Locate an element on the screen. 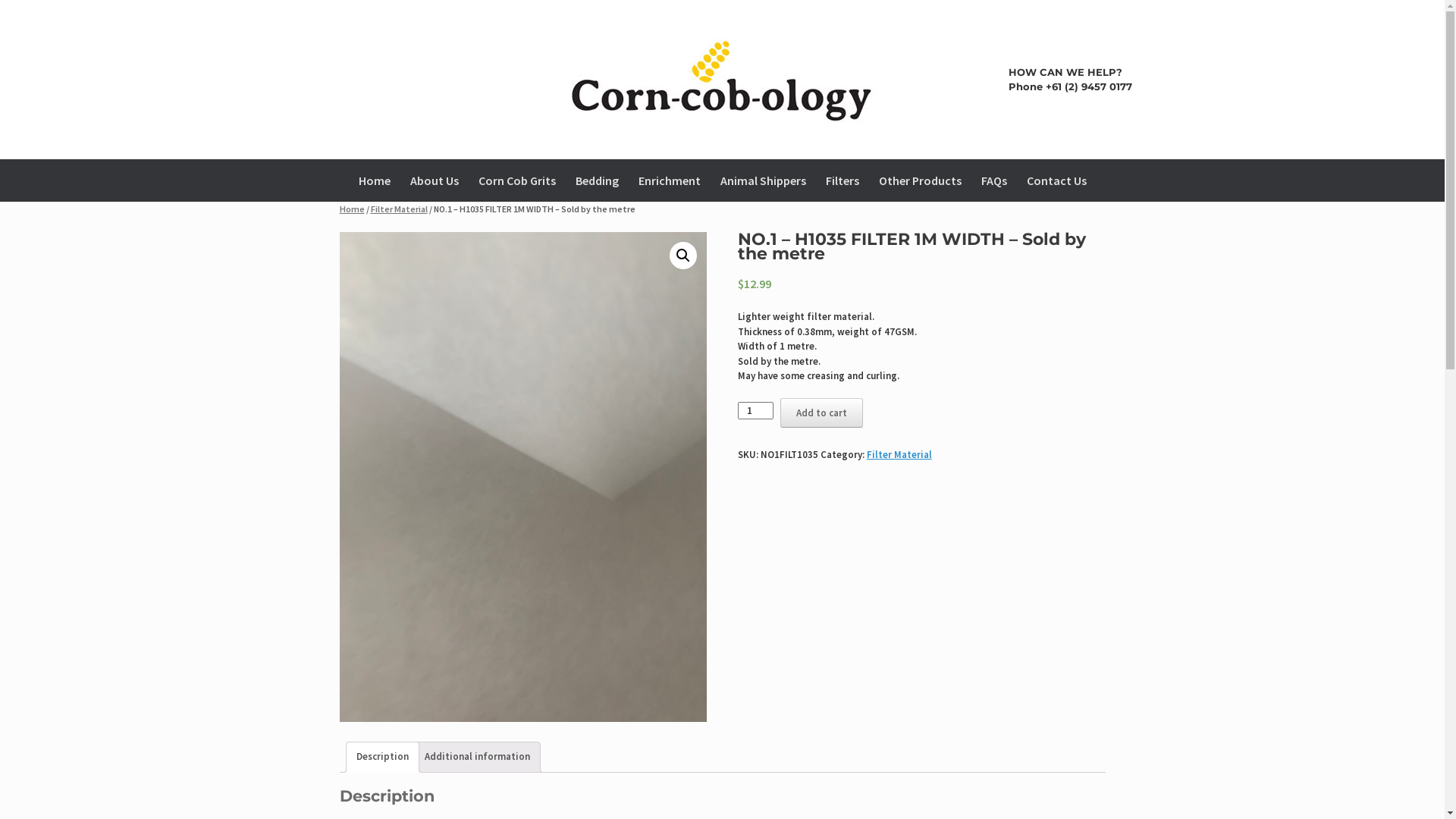 This screenshot has height=819, width=1456. 'Corn Cob Grits' is located at coordinates (468, 180).